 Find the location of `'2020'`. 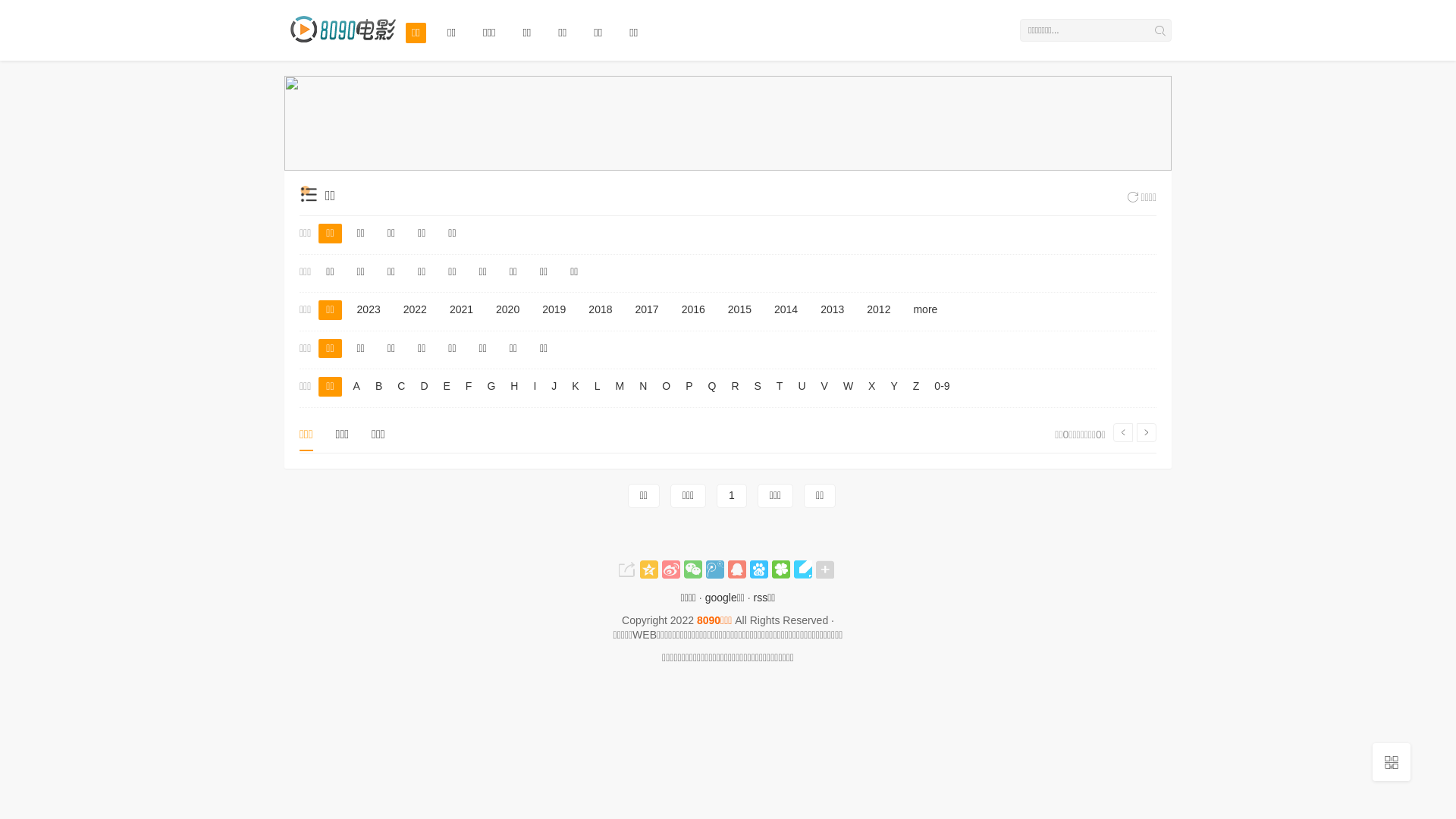

'2020' is located at coordinates (488, 309).